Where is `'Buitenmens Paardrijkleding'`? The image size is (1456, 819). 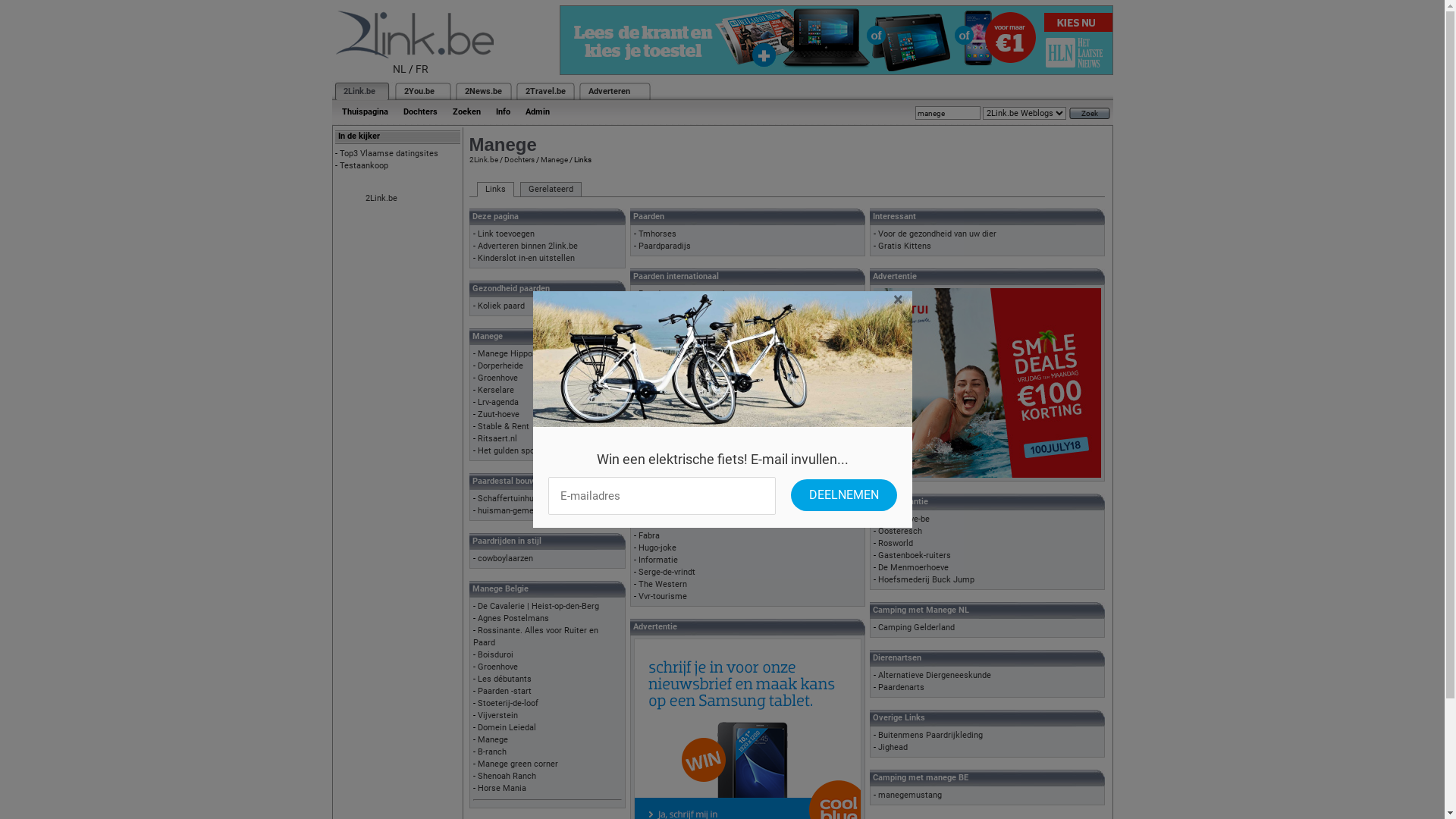
'Buitenmens Paardrijkleding' is located at coordinates (930, 734).